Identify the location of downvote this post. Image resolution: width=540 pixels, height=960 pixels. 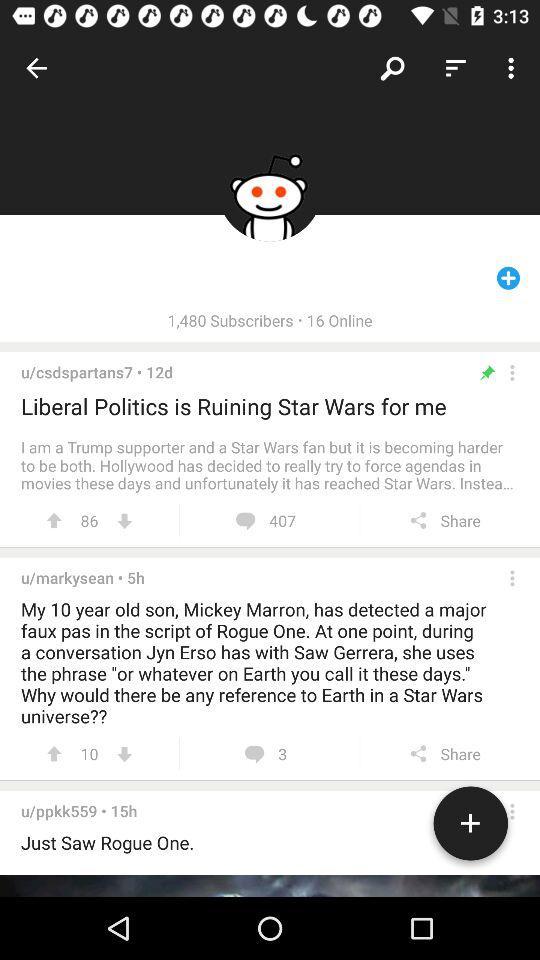
(124, 519).